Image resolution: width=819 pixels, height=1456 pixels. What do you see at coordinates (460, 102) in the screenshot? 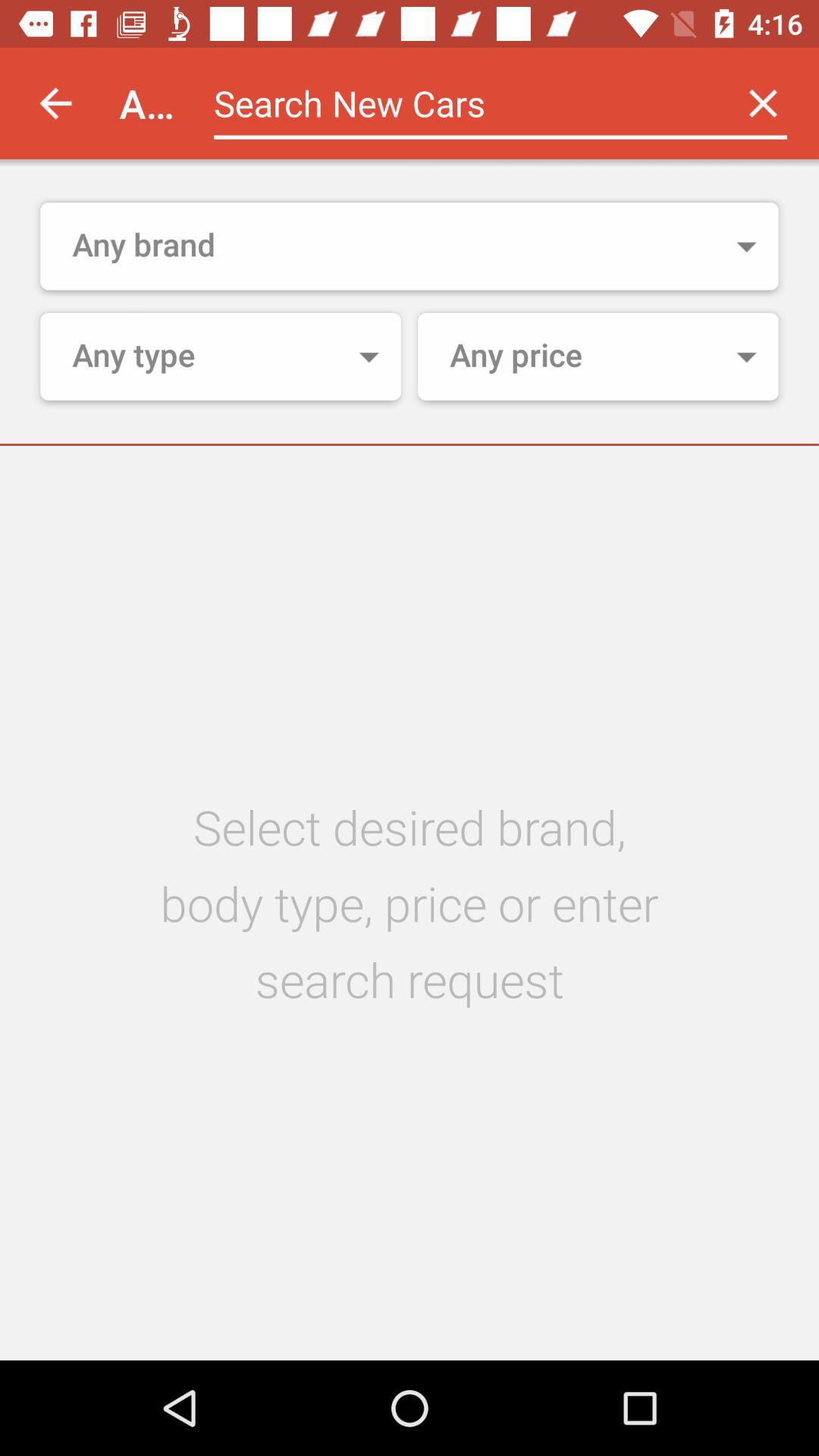
I see `icon to the right of autoportal icon` at bounding box center [460, 102].